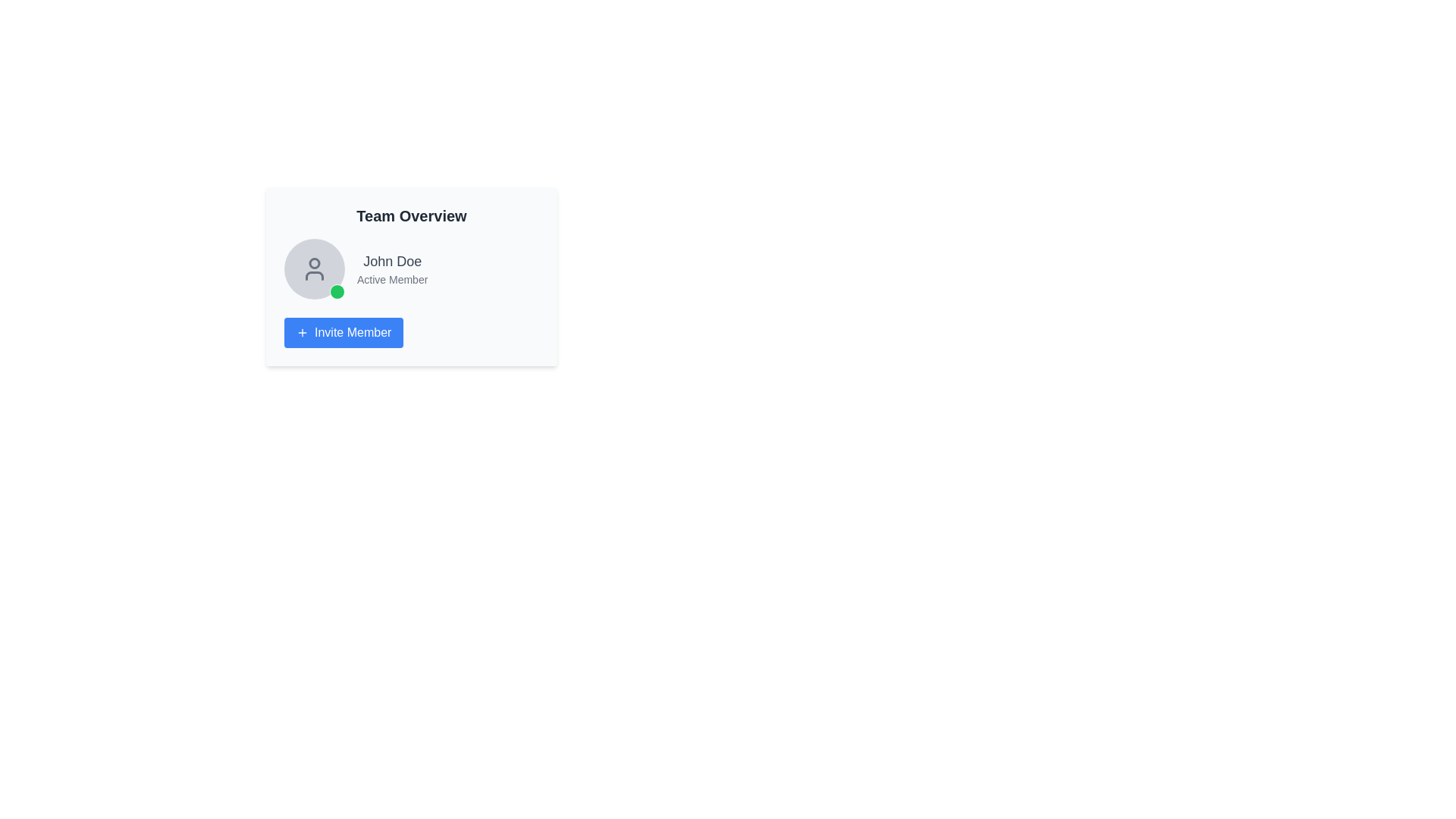  Describe the element at coordinates (313, 268) in the screenshot. I see `the user icon represented by a gray SVG within a circular light-grey background, located on the left side of the card interface` at that location.